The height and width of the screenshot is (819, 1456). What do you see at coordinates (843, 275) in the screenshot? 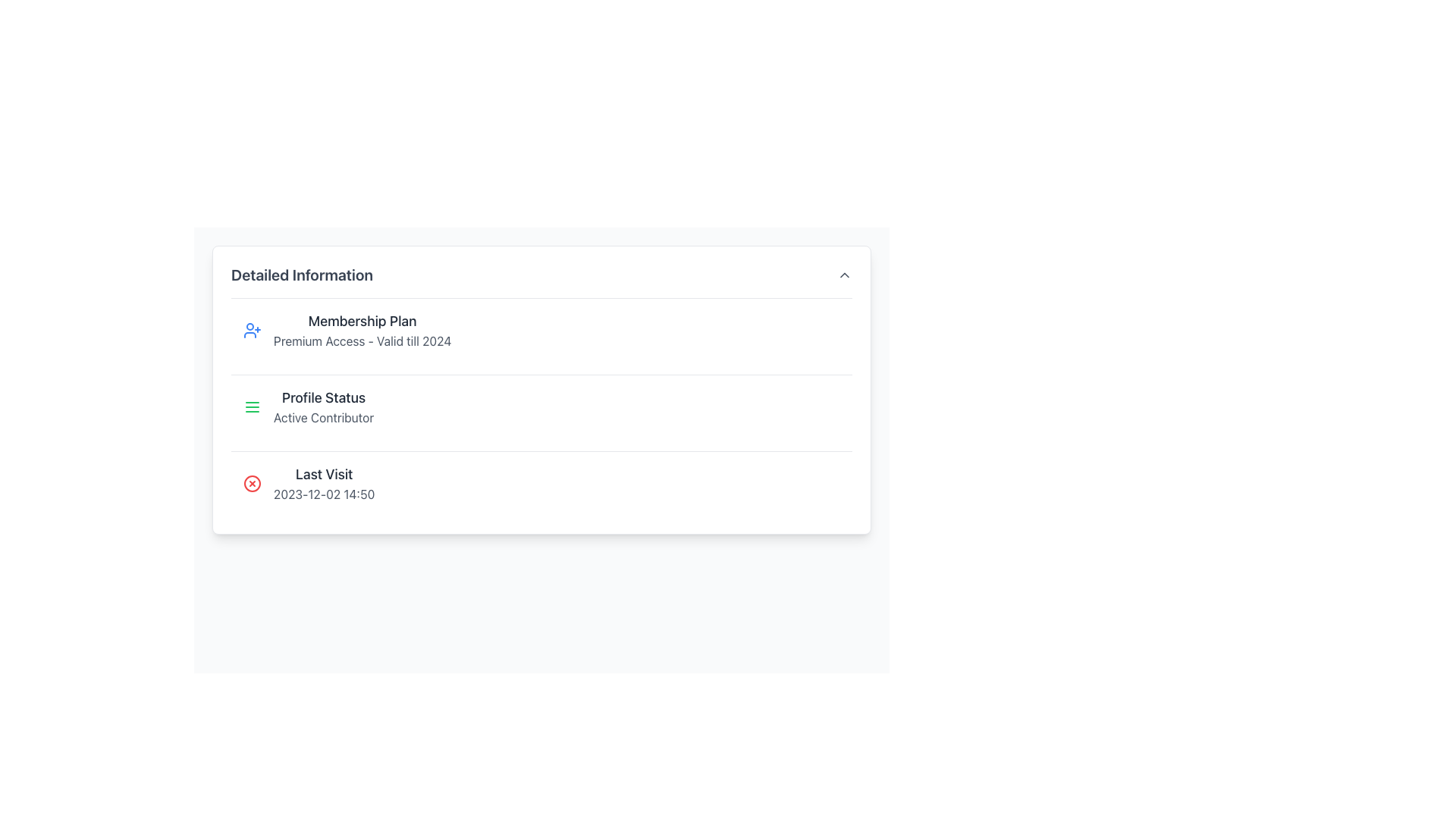
I see `the expand/collapse icon located to the right of the 'Detailed Information' label in the header row to emphasize or highlight the icon` at bounding box center [843, 275].